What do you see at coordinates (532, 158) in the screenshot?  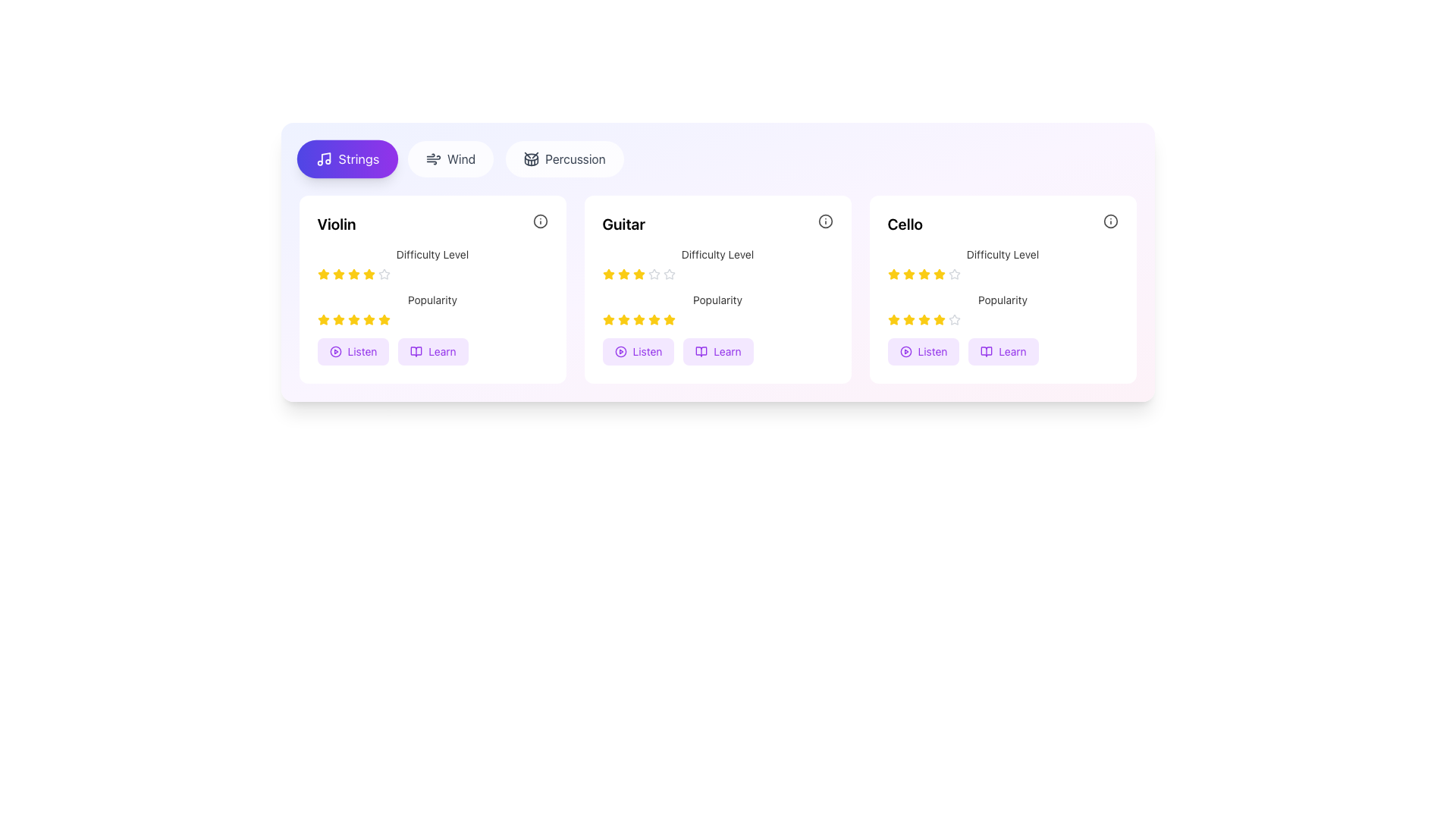 I see `the 'Percussion' category icon, which is positioned to the left of the text label 'Percussion' in the category selector list` at bounding box center [532, 158].